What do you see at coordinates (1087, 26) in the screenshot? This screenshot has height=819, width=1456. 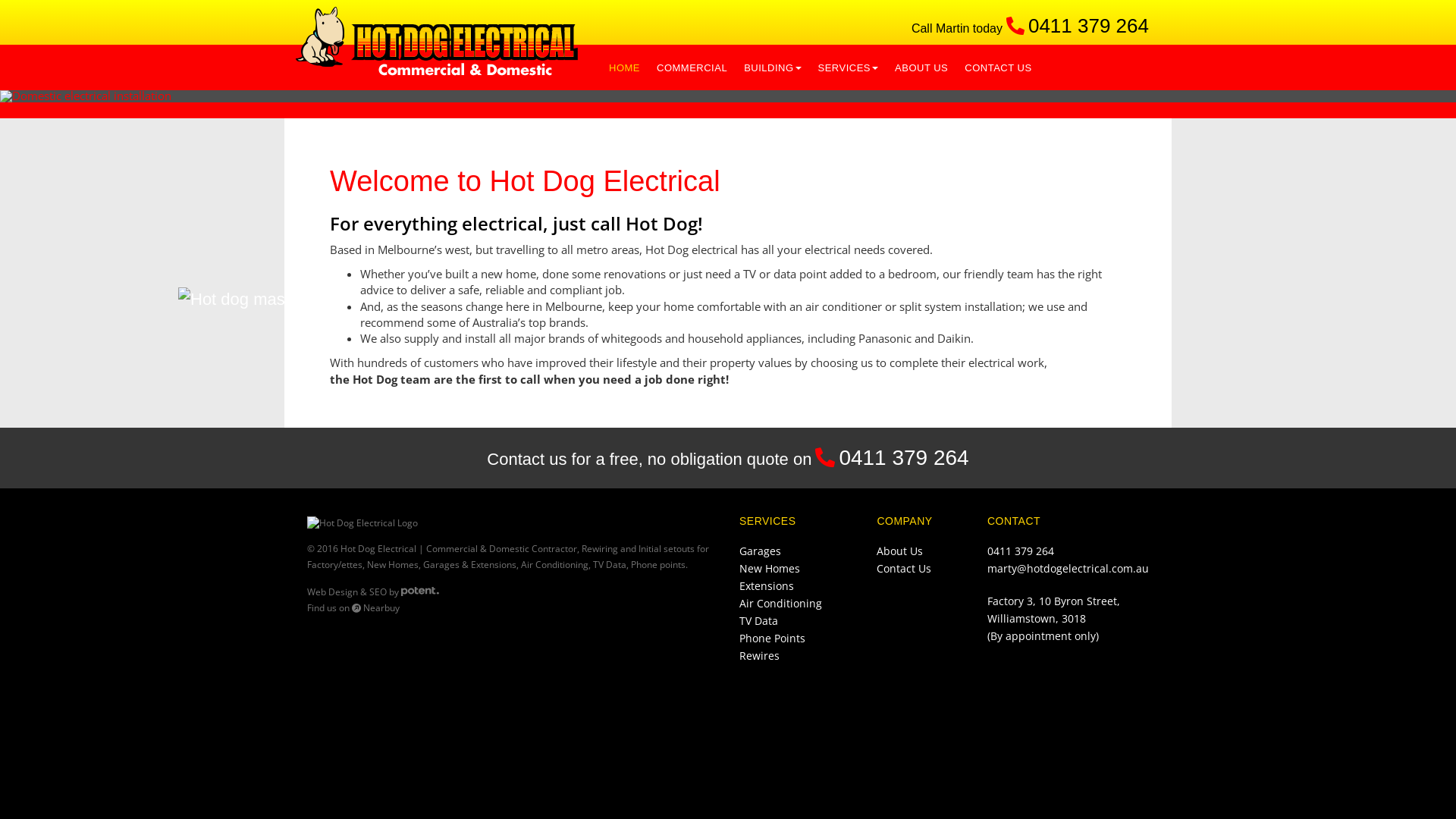 I see `'0411 379 264'` at bounding box center [1087, 26].